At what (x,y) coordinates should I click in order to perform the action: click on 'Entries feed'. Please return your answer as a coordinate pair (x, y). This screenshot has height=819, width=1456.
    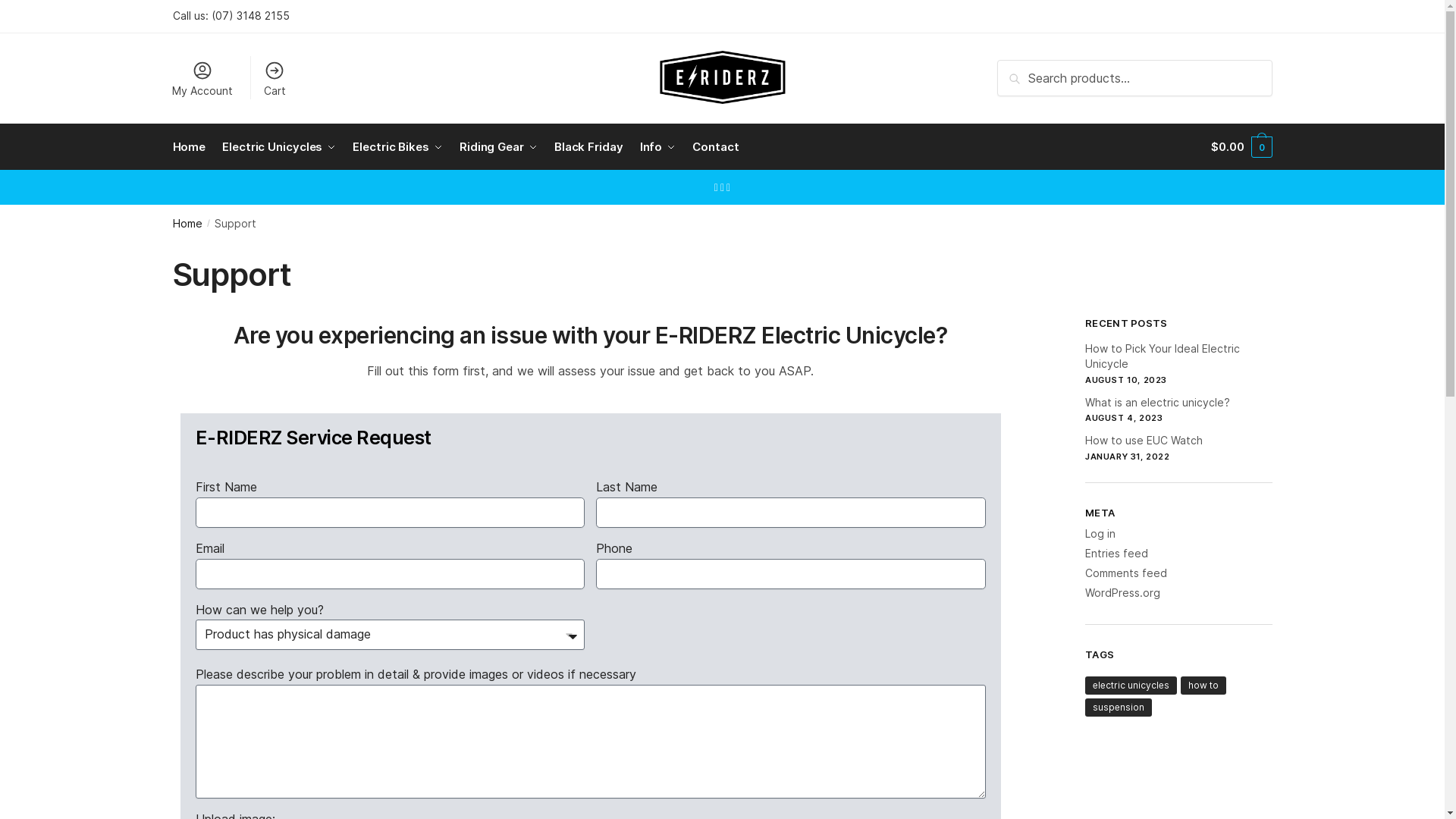
    Looking at the image, I should click on (1084, 553).